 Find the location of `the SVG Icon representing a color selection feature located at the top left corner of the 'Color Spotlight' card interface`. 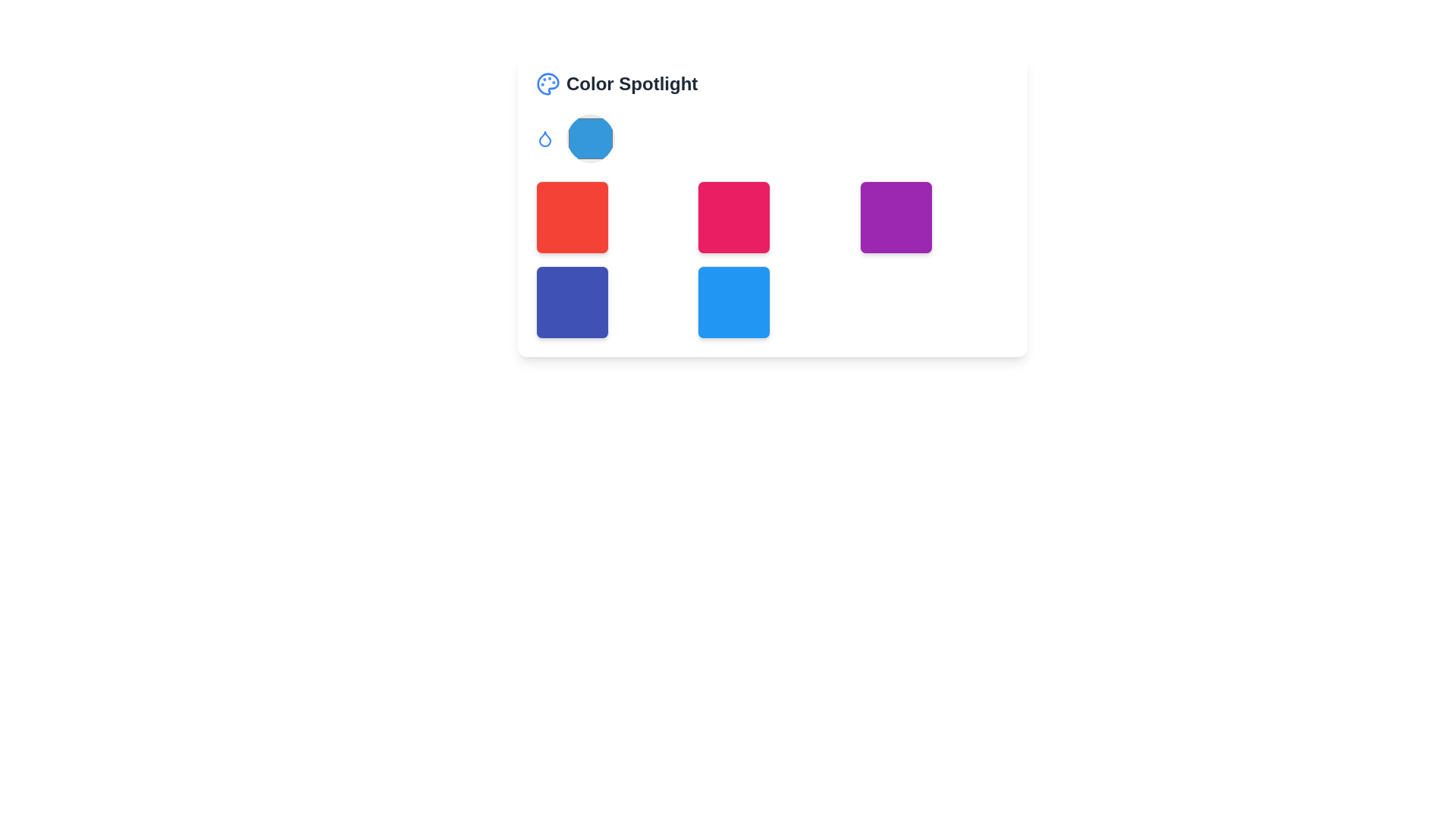

the SVG Icon representing a color selection feature located at the top left corner of the 'Color Spotlight' card interface is located at coordinates (548, 84).